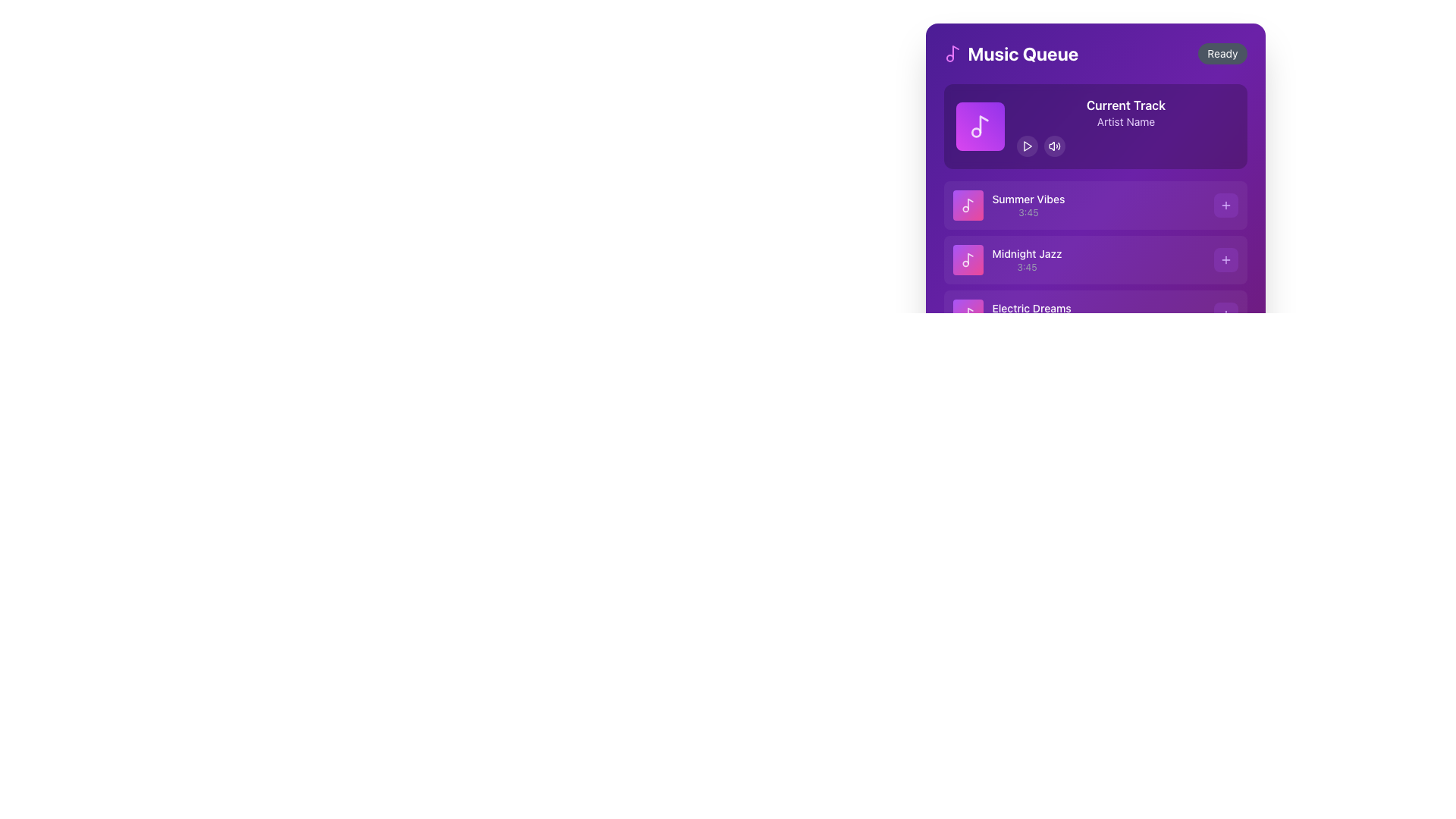 The height and width of the screenshot is (819, 1456). Describe the element at coordinates (952, 52) in the screenshot. I see `the purple musical note icon located to the left of the 'Music Queue' text in the header of the card` at that location.